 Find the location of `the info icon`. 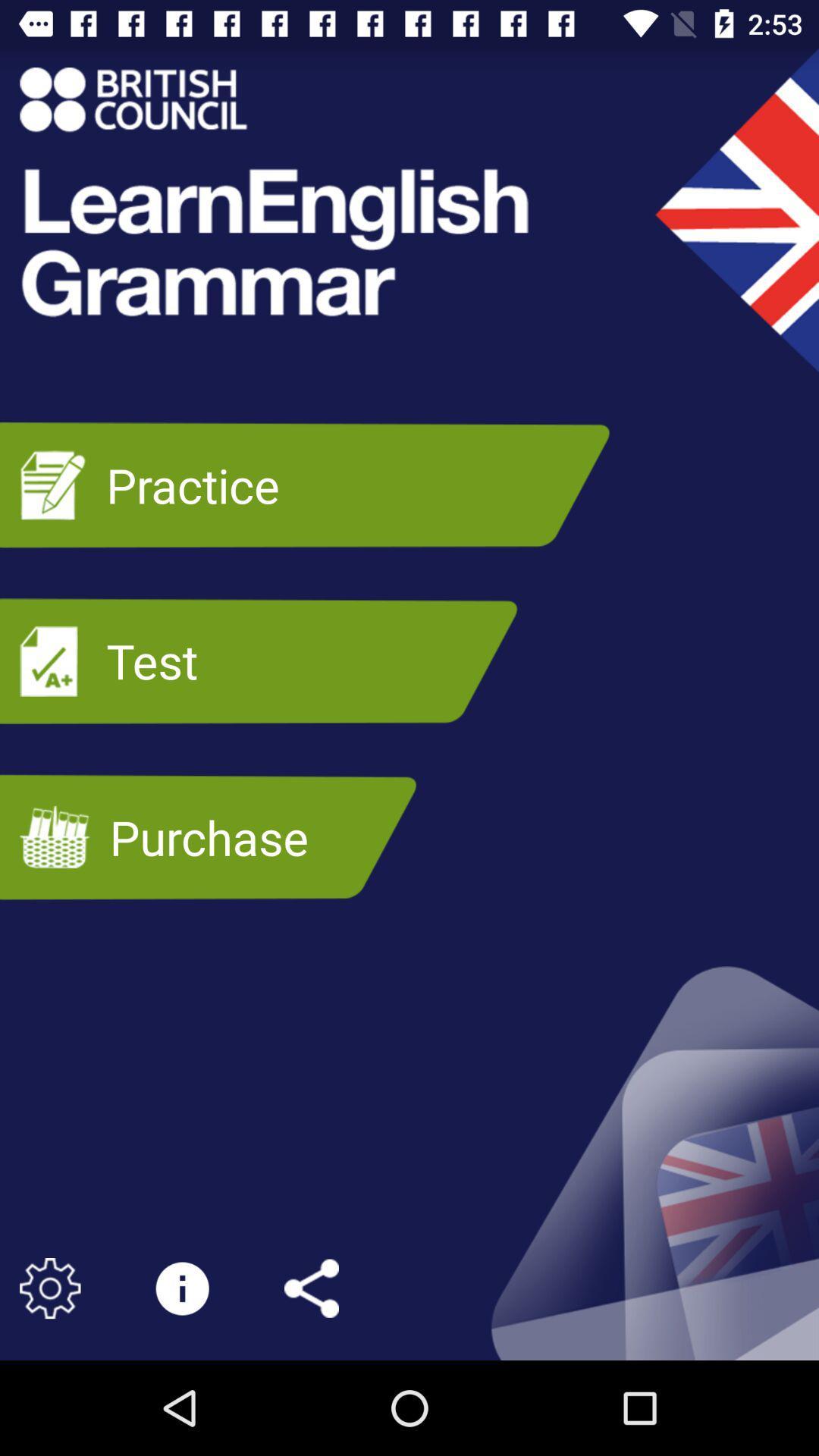

the info icon is located at coordinates (181, 1288).